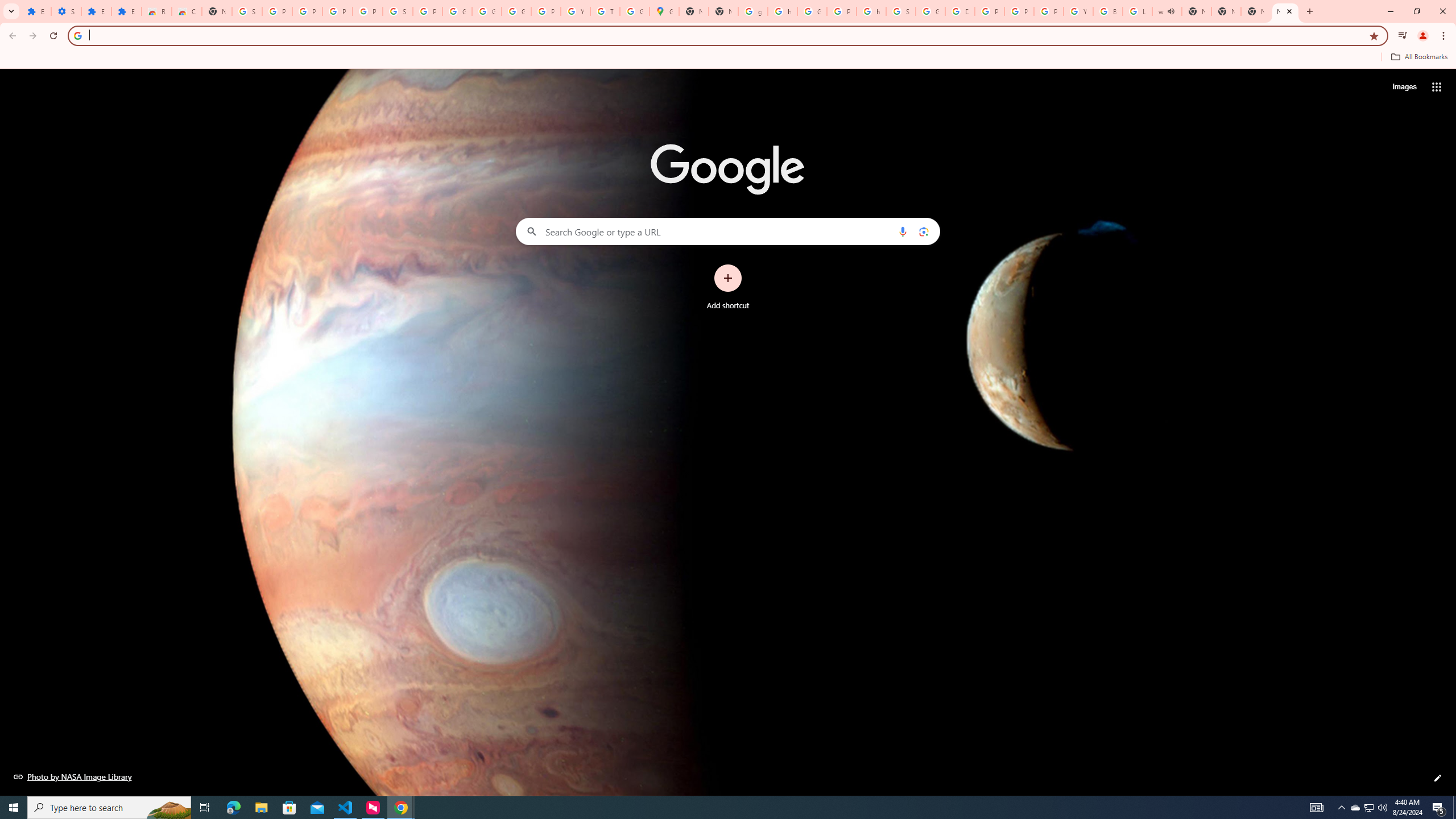  I want to click on 'Extensions', so click(95, 11).